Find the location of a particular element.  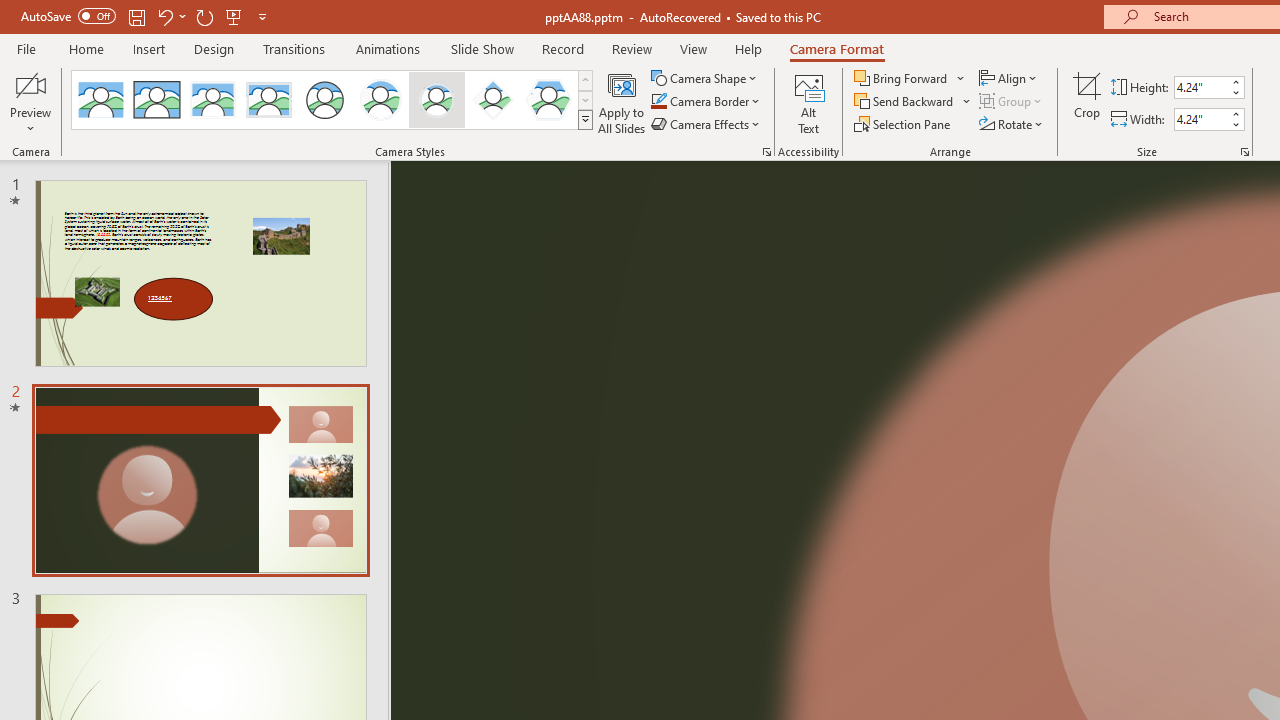

'Undo' is located at coordinates (164, 16).